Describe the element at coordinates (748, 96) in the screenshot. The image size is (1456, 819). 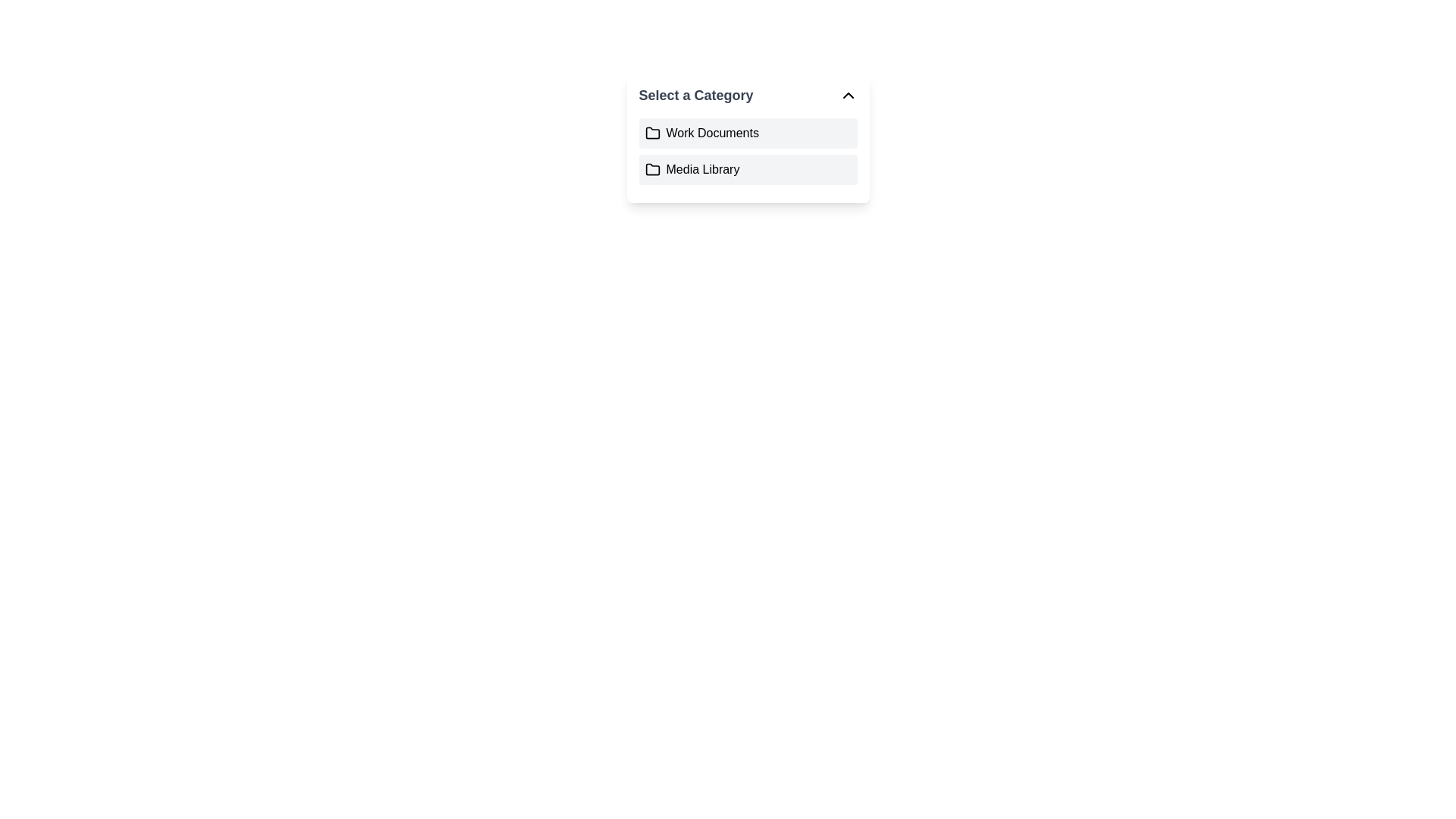
I see `the Dropdown Header at the top of the white, rounded rectangular card` at that location.